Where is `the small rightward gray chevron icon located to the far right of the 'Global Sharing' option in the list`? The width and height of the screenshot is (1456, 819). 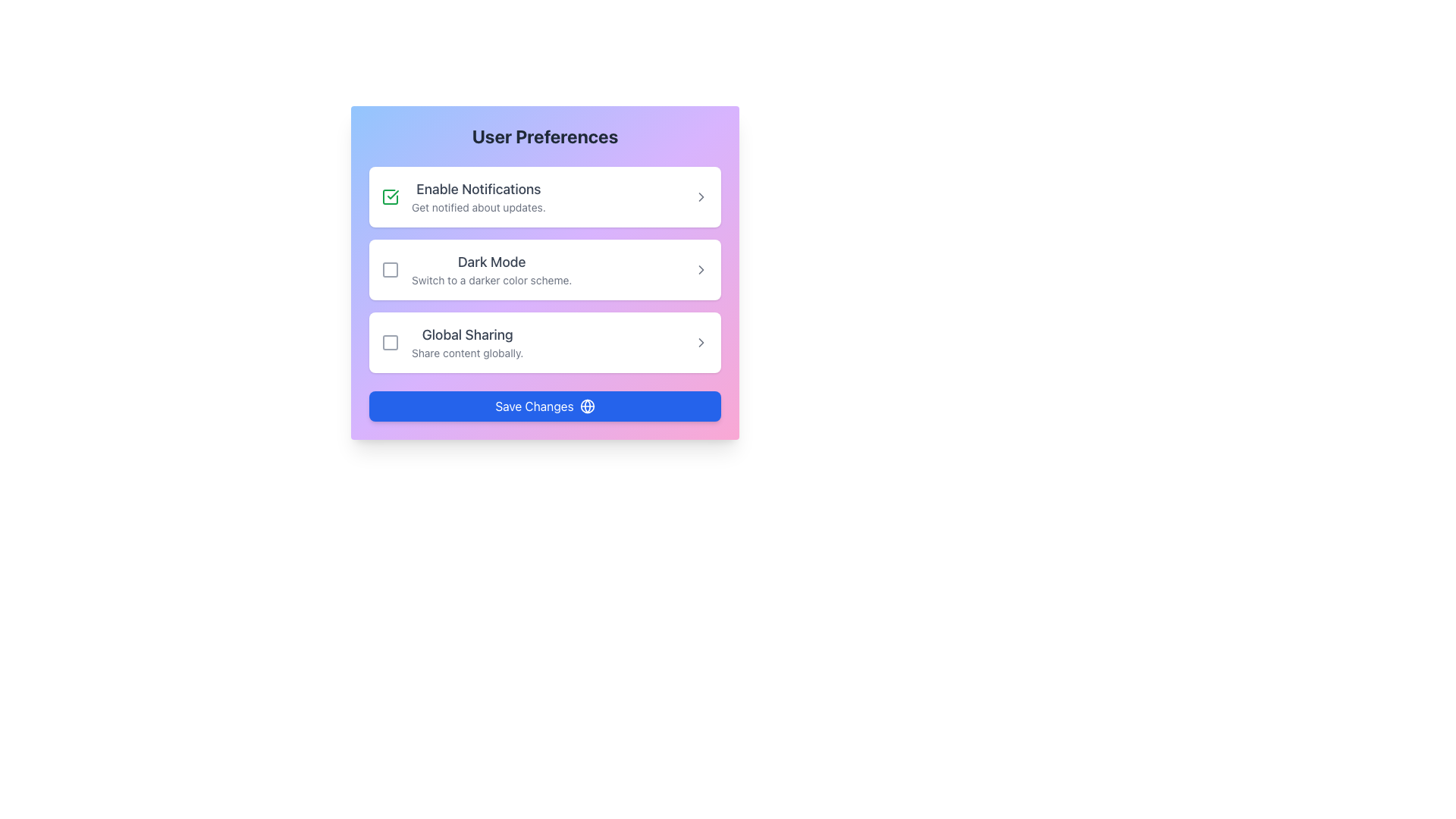
the small rightward gray chevron icon located to the far right of the 'Global Sharing' option in the list is located at coordinates (701, 342).